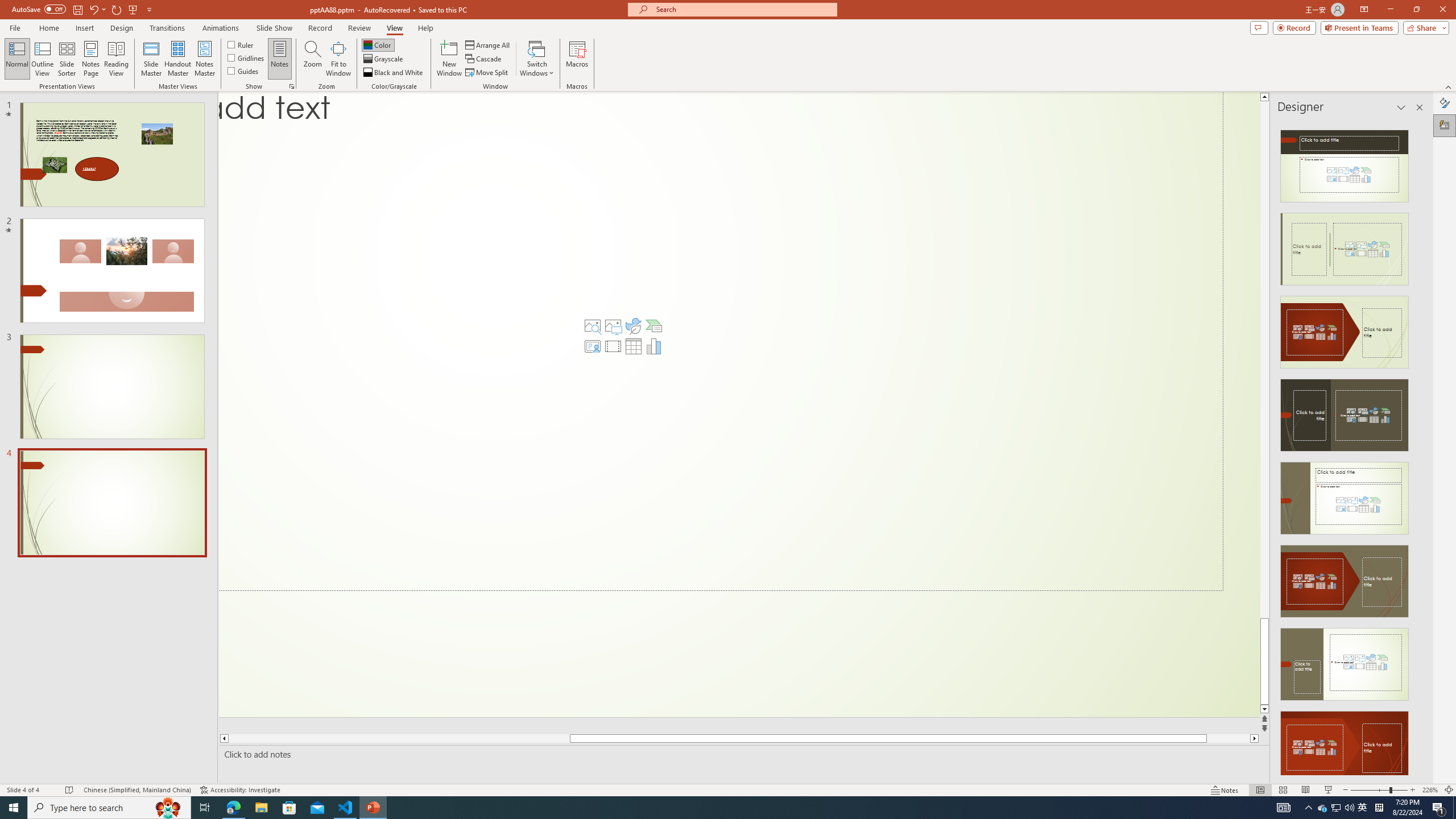 This screenshot has height=819, width=1456. What do you see at coordinates (487, 72) in the screenshot?
I see `'Move Split'` at bounding box center [487, 72].